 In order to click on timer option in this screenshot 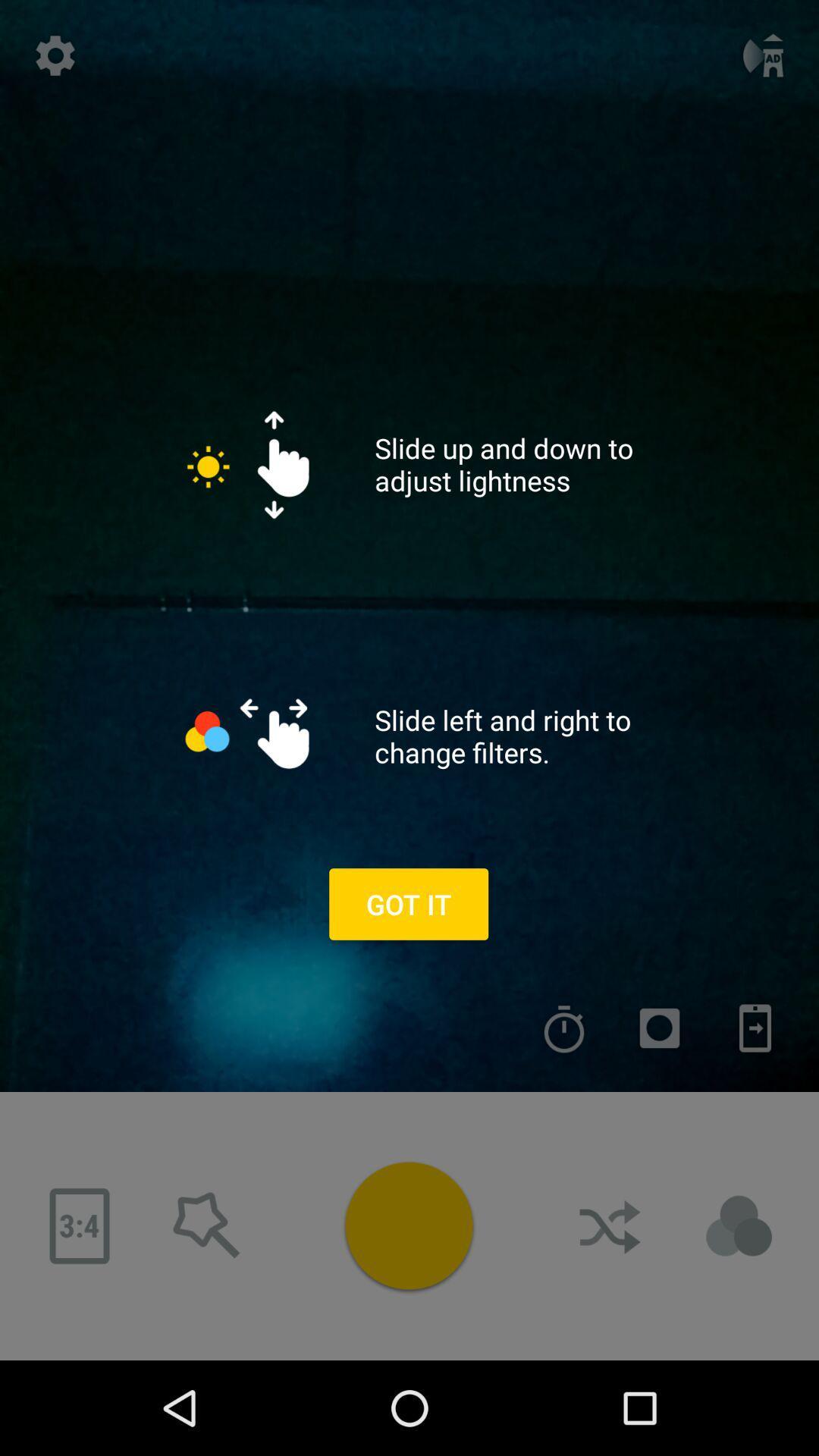, I will do `click(564, 1028)`.